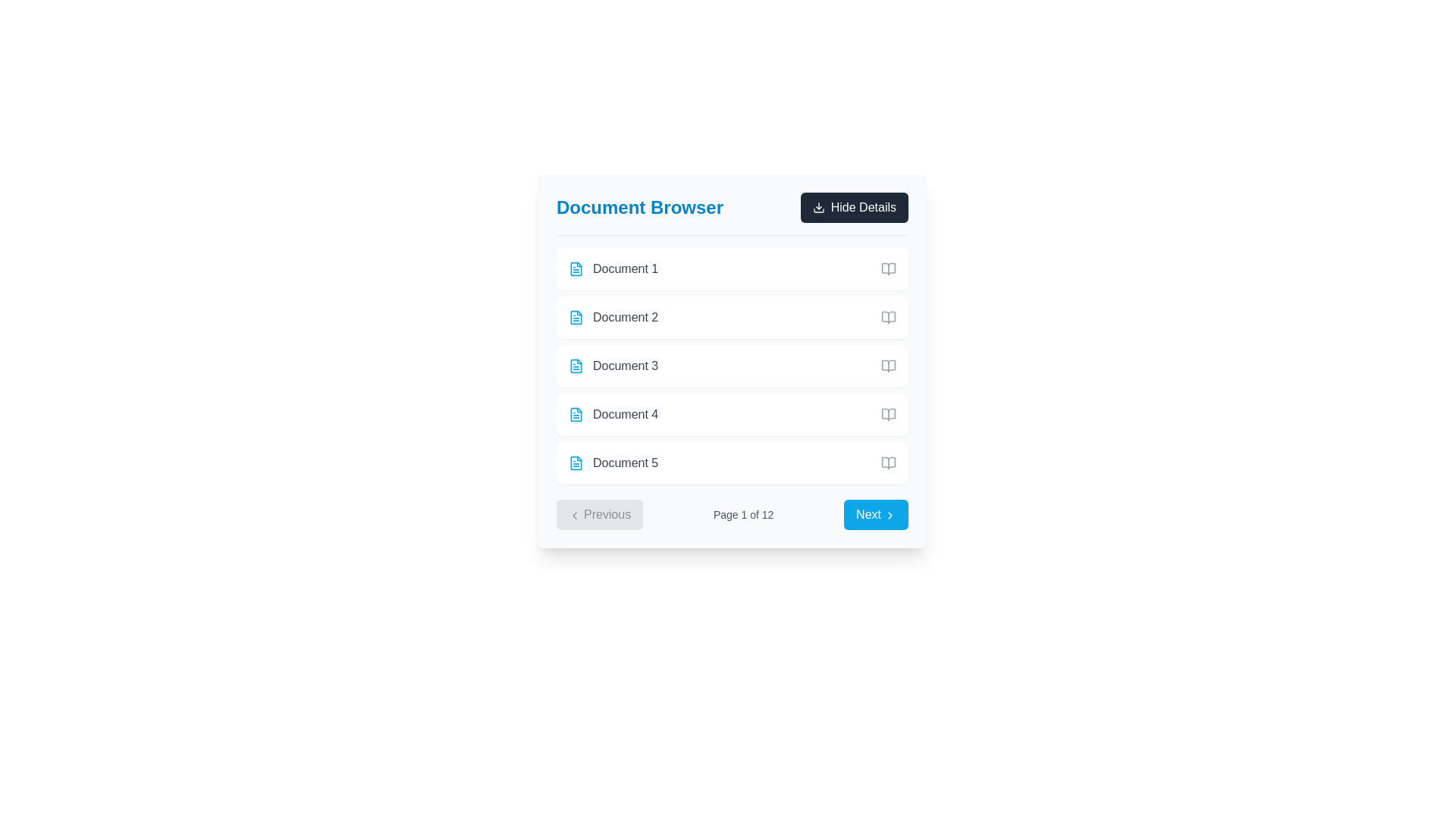 Image resolution: width=1456 pixels, height=819 pixels. Describe the element at coordinates (613, 415) in the screenshot. I see `the fourth item in the 'Document Browser' list, which represents 'Document 4'` at that location.